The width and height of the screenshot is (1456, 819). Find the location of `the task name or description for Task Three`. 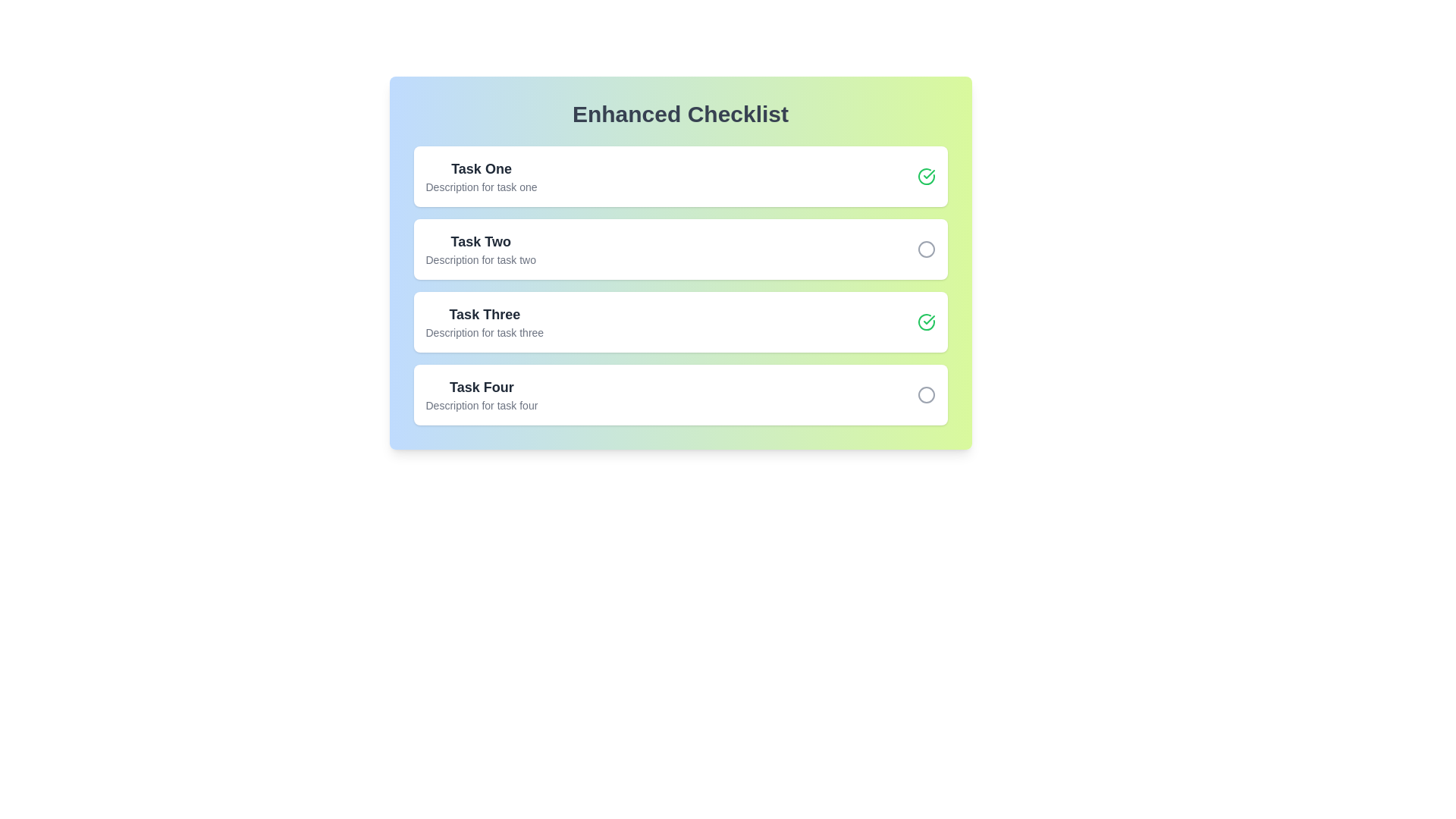

the task name or description for Task Three is located at coordinates (483, 314).